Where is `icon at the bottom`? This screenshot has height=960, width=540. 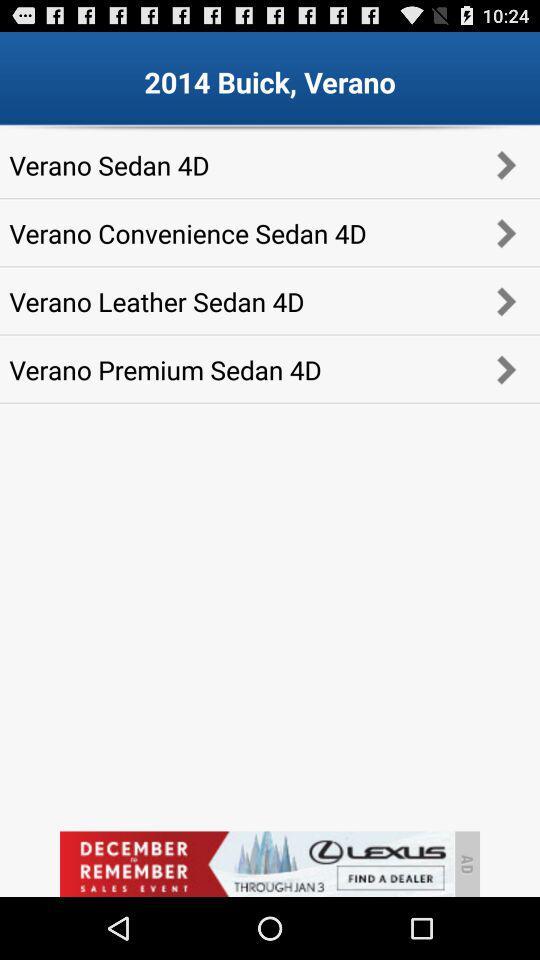
icon at the bottom is located at coordinates (256, 863).